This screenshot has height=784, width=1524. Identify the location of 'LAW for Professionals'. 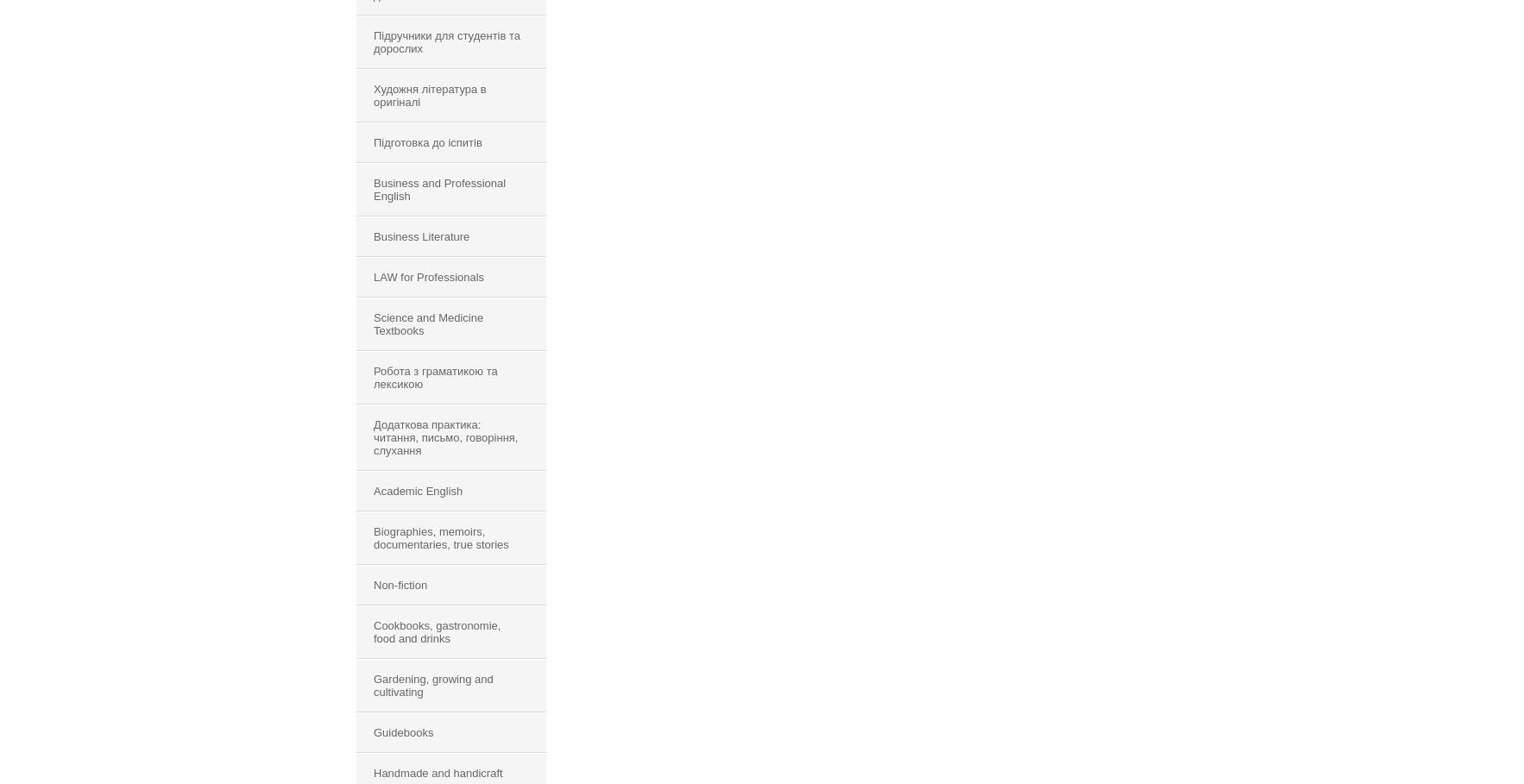
(373, 277).